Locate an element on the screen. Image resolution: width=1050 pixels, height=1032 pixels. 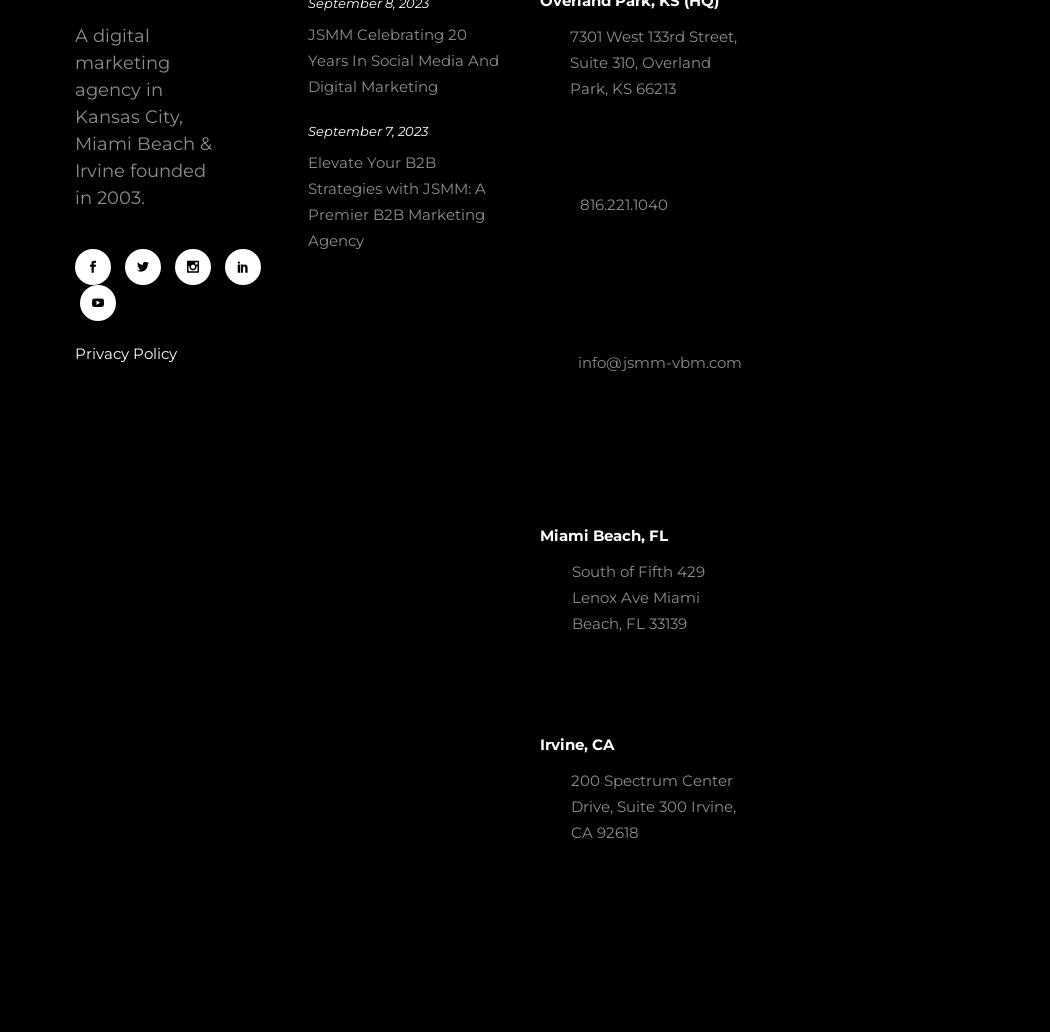
'South of Fifth 429 Lenox Ave Miami Beach, FL 33139' is located at coordinates (638, 597).